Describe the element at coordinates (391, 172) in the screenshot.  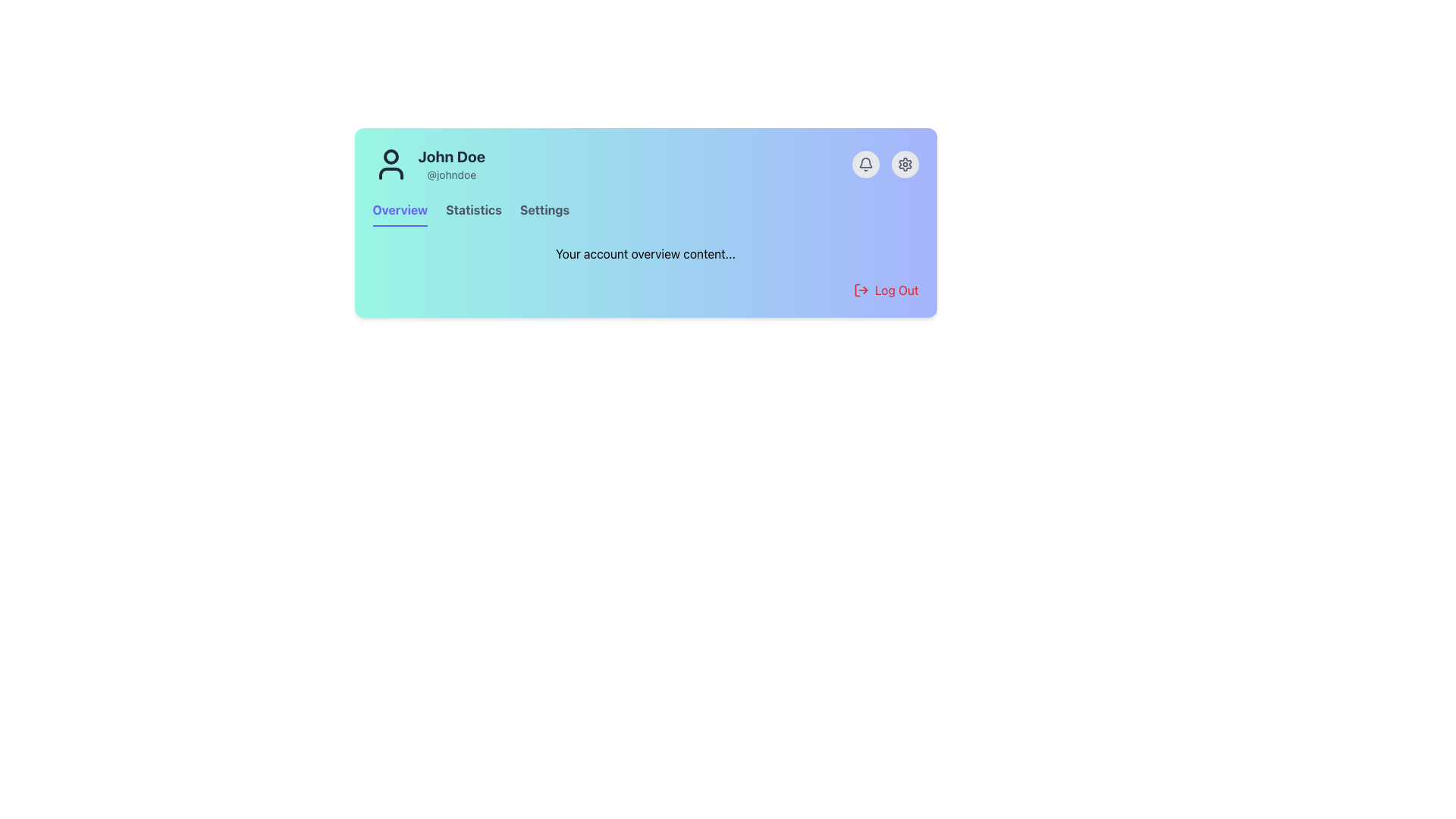
I see `lower part of the user icon, which is a rounded, arched shape in the SVG, positioned below the circular head of the icon` at that location.